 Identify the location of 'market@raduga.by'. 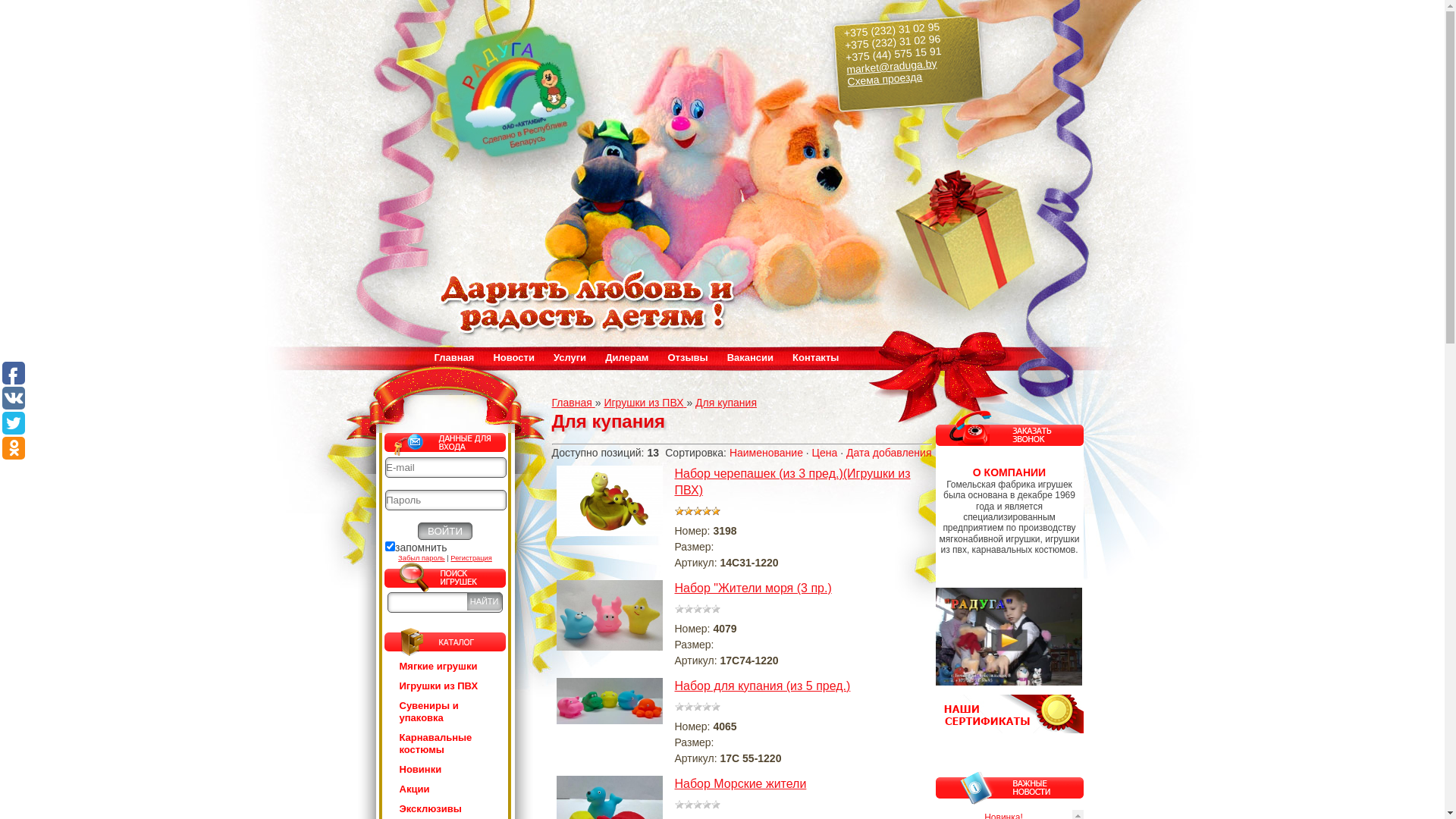
(890, 62).